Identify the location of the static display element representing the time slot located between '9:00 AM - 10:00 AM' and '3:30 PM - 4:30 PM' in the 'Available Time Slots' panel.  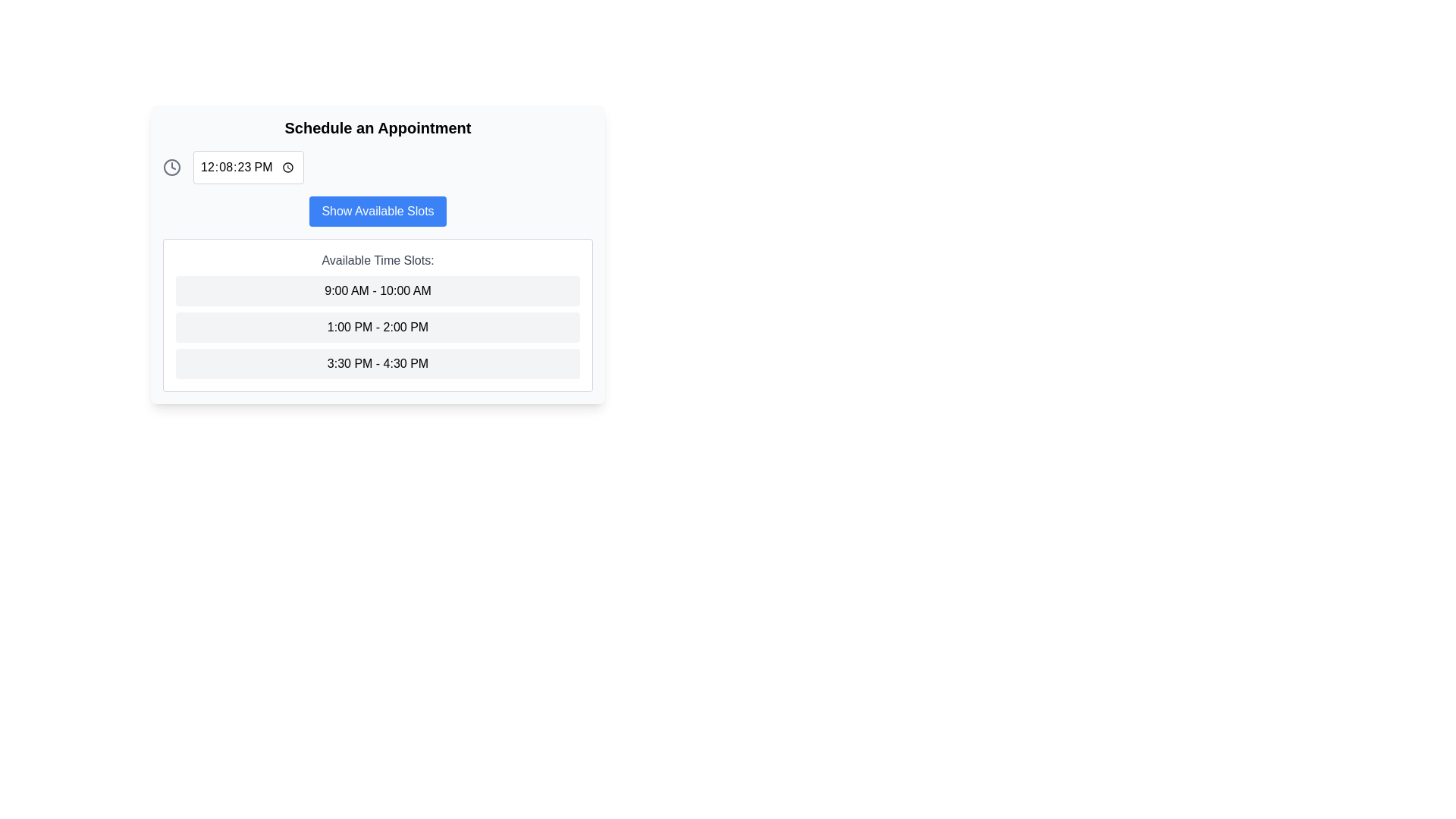
(378, 327).